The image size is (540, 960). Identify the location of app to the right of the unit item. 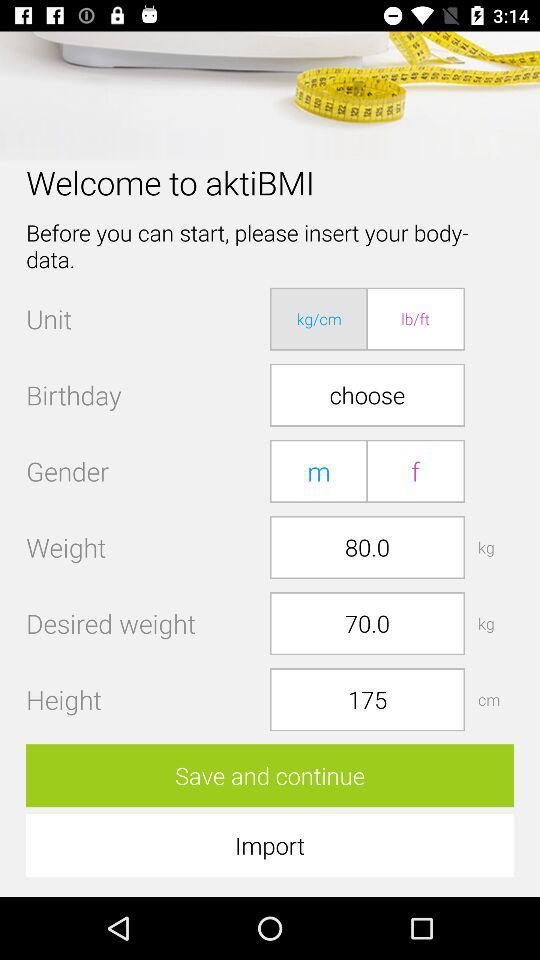
(319, 319).